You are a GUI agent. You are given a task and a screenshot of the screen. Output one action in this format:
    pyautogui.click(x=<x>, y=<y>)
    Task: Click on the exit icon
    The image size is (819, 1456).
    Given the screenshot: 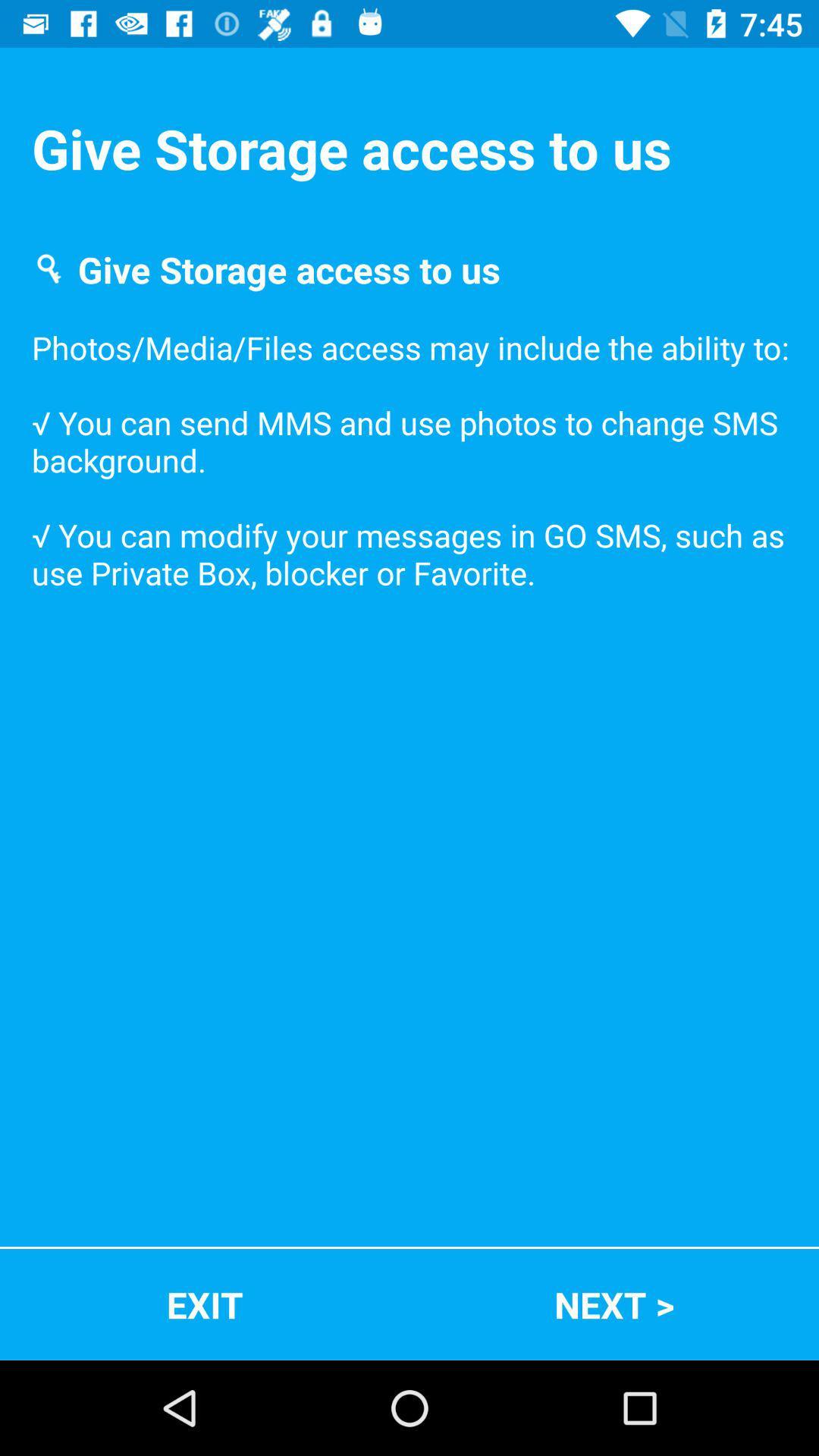 What is the action you would take?
    pyautogui.click(x=205, y=1304)
    